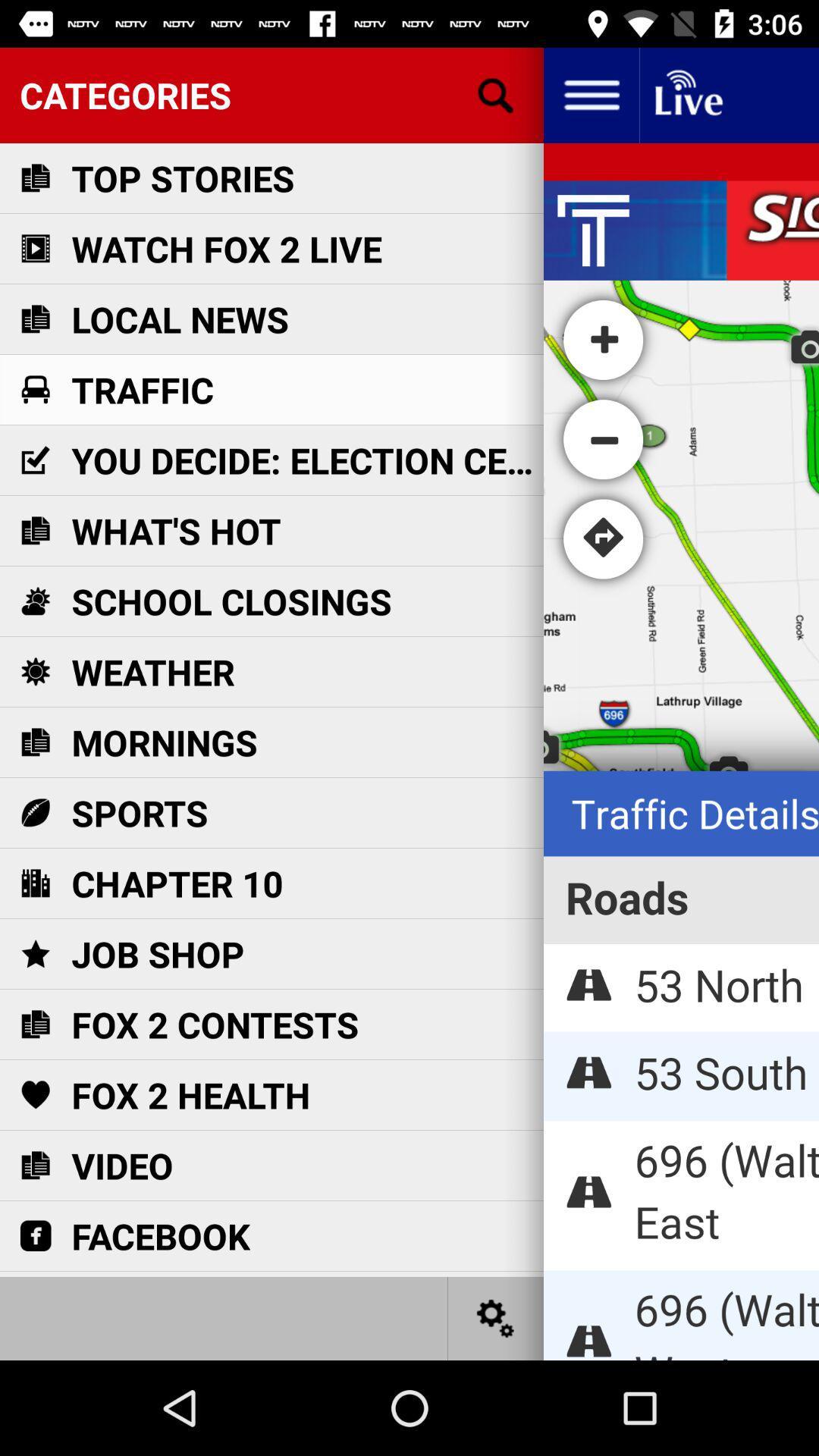 The height and width of the screenshot is (1456, 819). What do you see at coordinates (34, 742) in the screenshot?
I see `left of morning` at bounding box center [34, 742].